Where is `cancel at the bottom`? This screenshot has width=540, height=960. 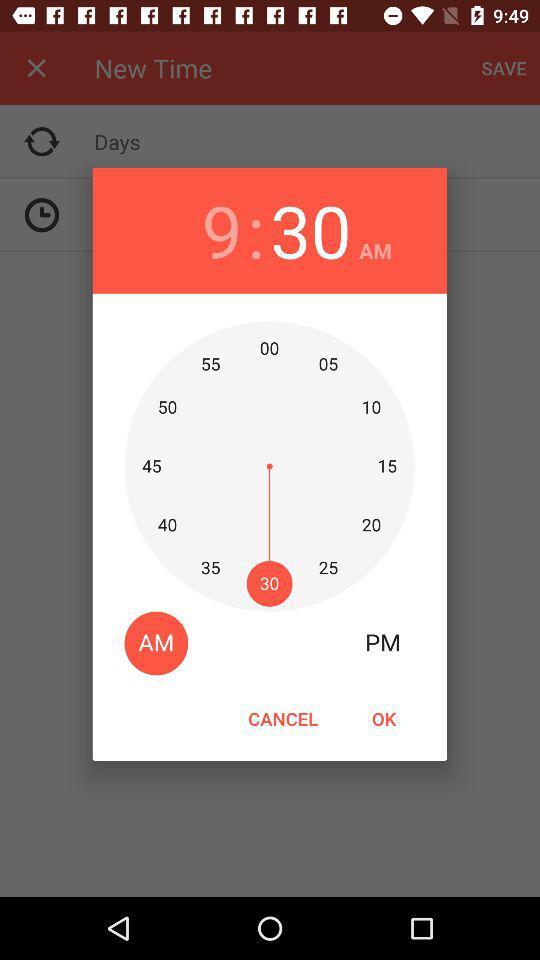 cancel at the bottom is located at coordinates (282, 718).